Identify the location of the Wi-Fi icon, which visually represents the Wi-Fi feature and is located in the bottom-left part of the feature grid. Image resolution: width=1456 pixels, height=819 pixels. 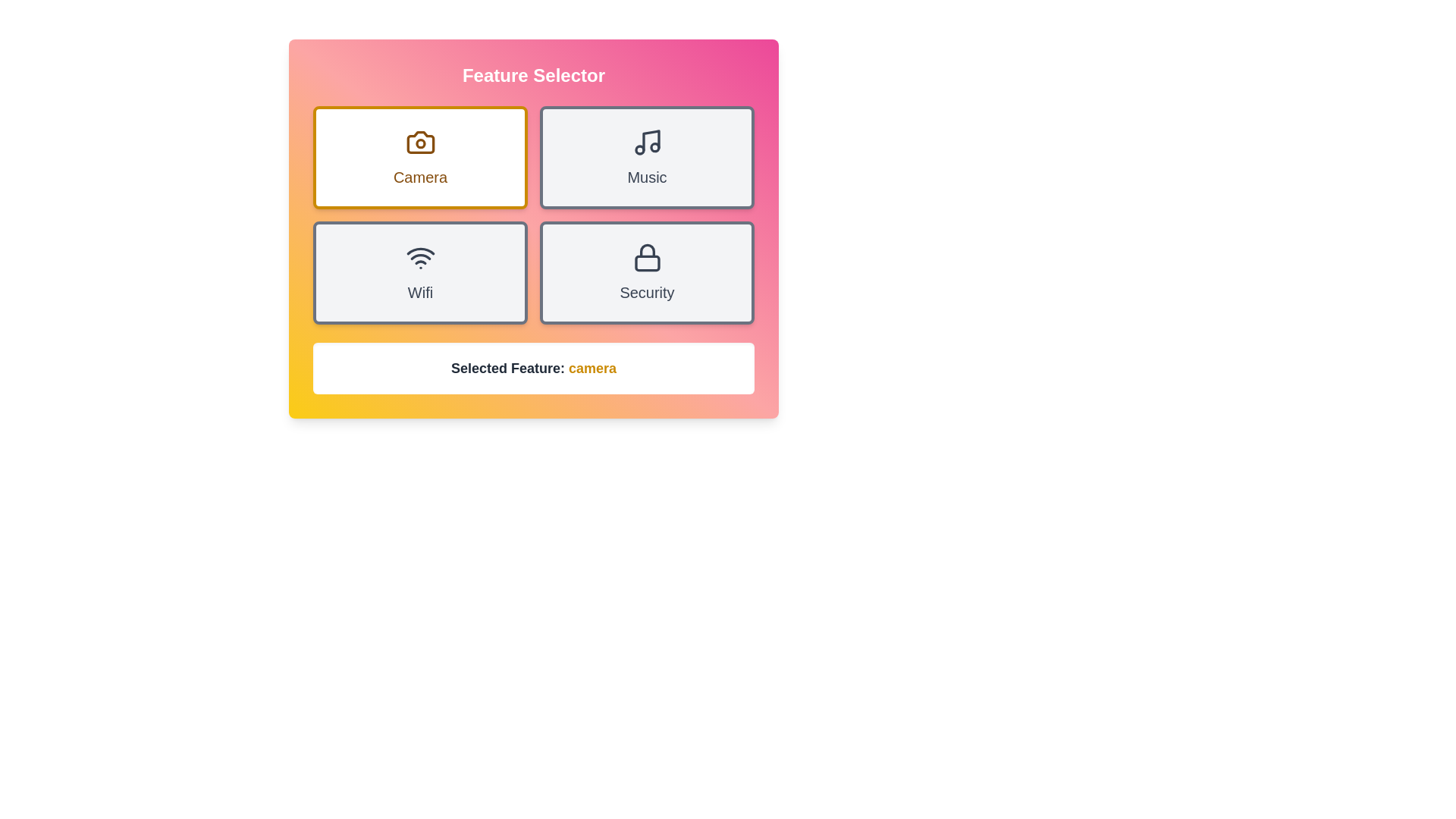
(420, 256).